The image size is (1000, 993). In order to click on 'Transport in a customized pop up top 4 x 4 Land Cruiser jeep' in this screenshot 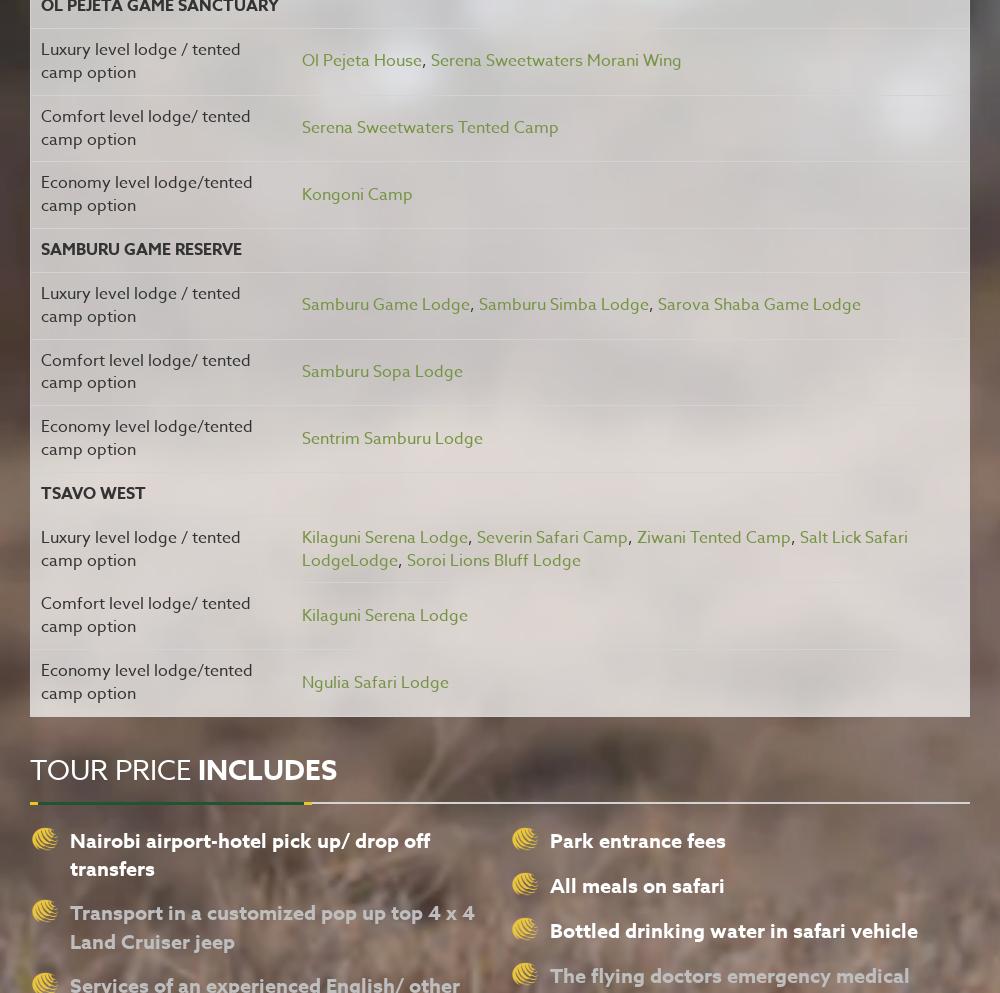, I will do `click(272, 924)`.